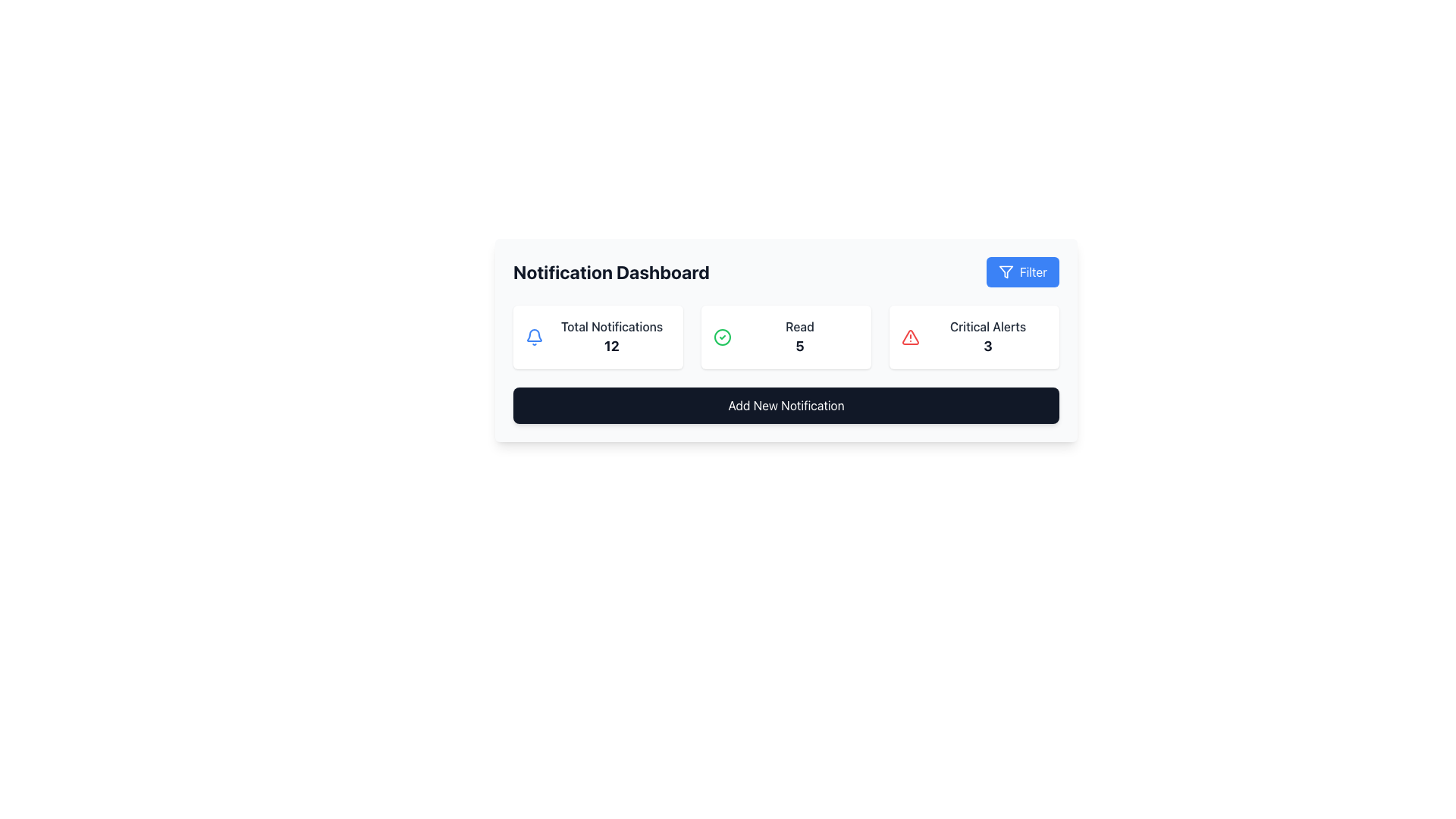  What do you see at coordinates (799, 346) in the screenshot?
I see `the large, bold number '5' displayed in black font color within the card labeled 'Read', located in the middle of the notification summary section` at bounding box center [799, 346].